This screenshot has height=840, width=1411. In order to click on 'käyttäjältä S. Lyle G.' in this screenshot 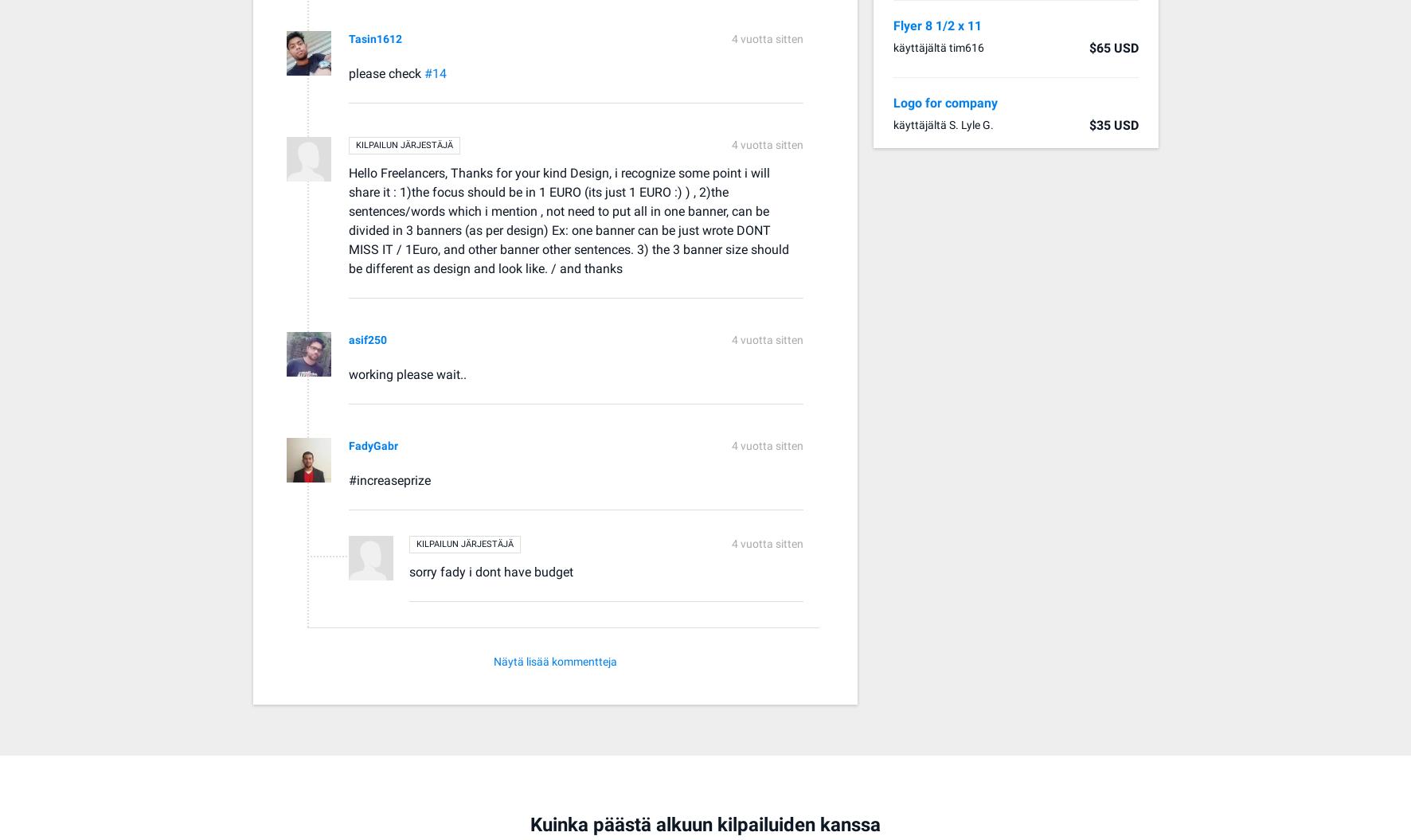, I will do `click(942, 124)`.